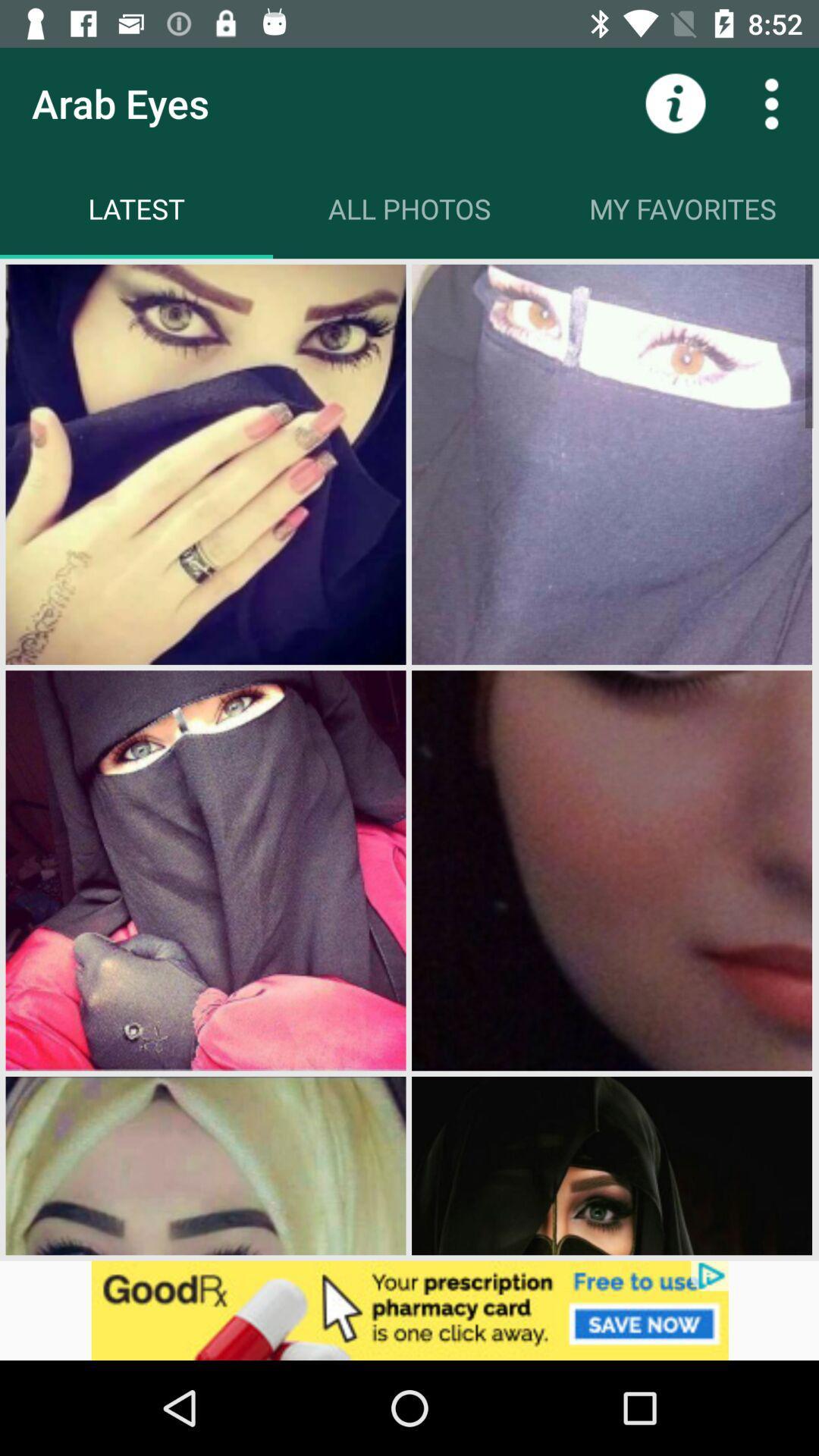 The height and width of the screenshot is (1456, 819). What do you see at coordinates (771, 102) in the screenshot?
I see `to see other options` at bounding box center [771, 102].